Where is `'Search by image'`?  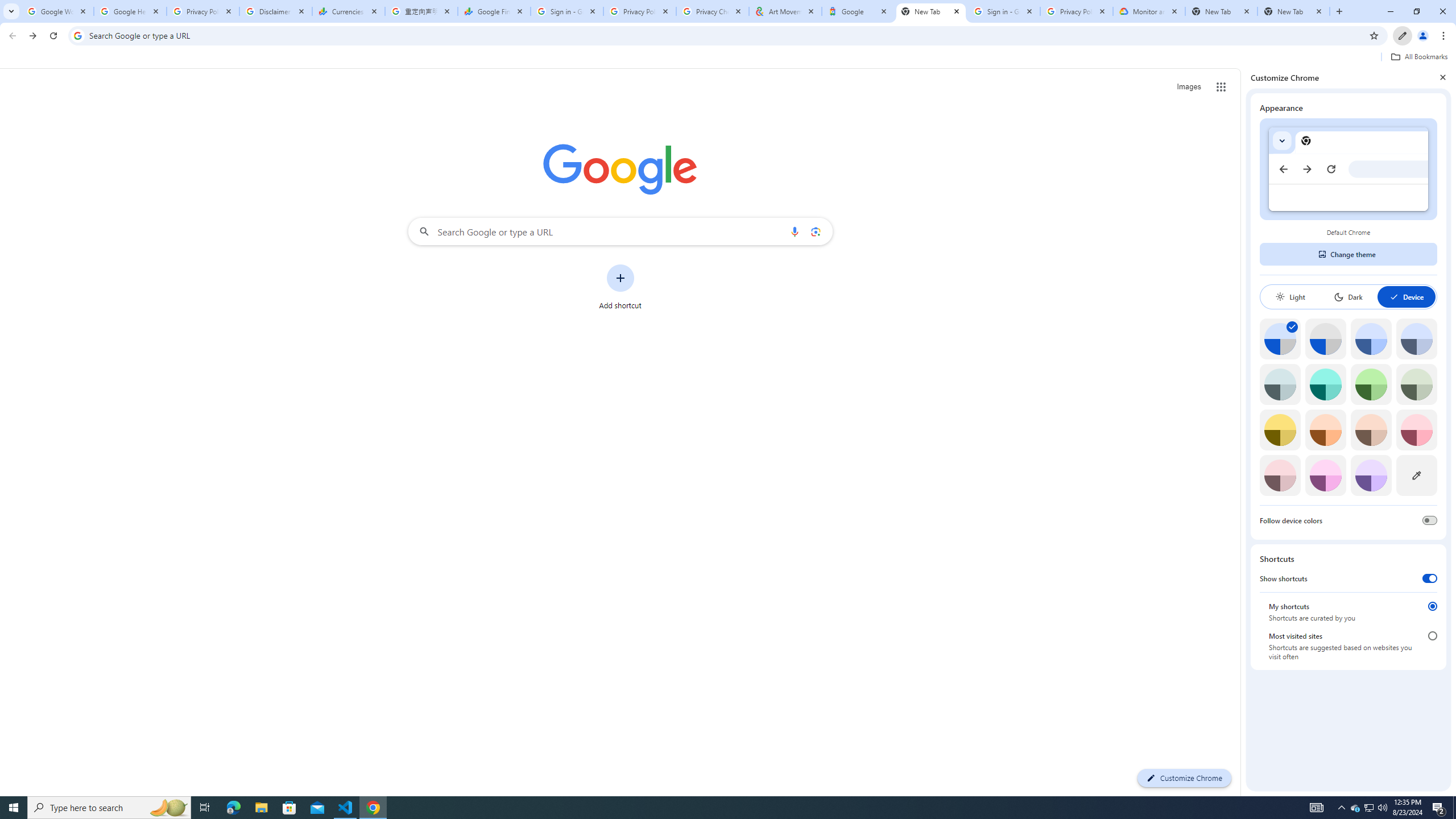
'Search by image' is located at coordinates (816, 230).